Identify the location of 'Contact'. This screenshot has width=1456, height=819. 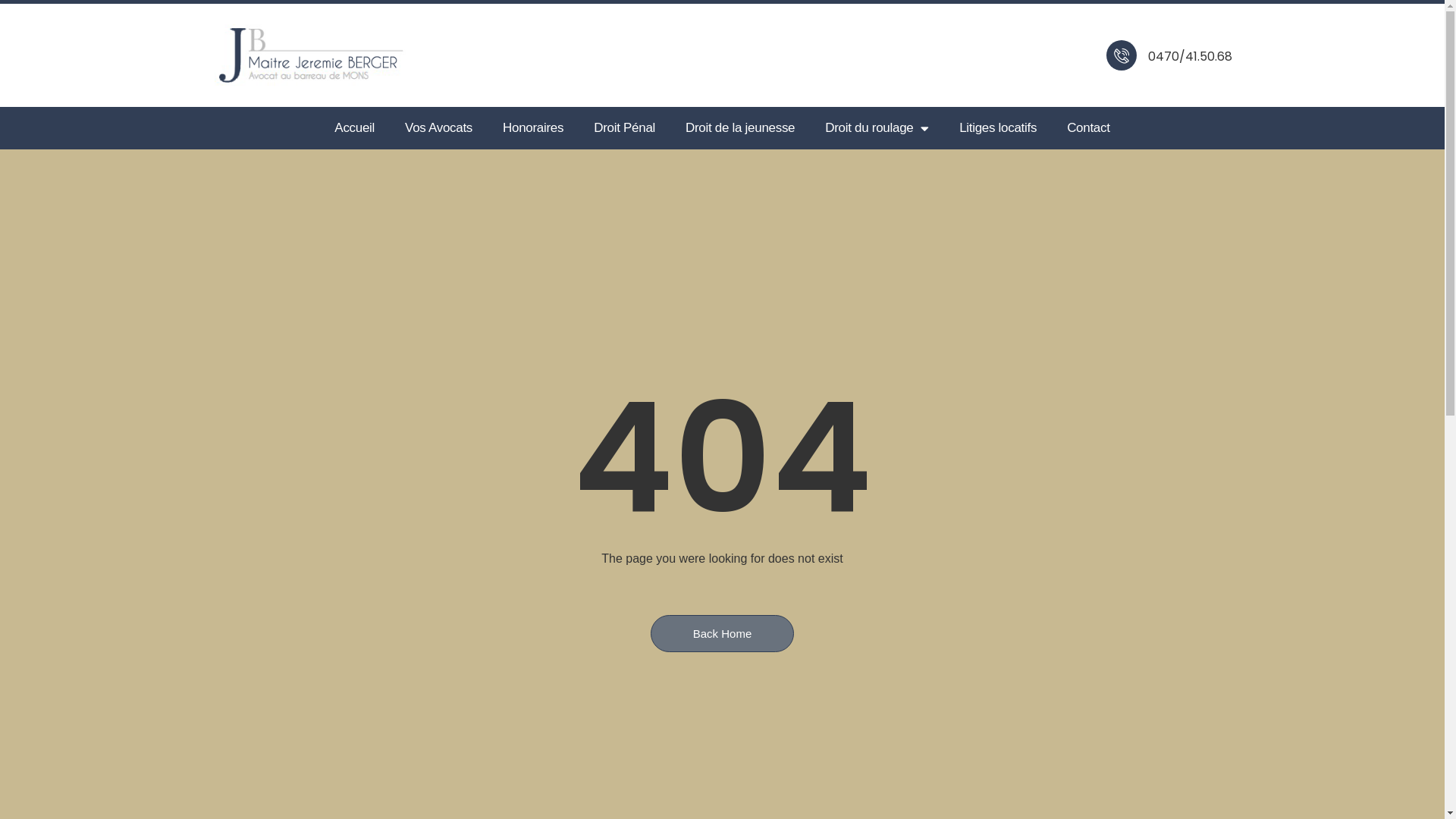
(1051, 127).